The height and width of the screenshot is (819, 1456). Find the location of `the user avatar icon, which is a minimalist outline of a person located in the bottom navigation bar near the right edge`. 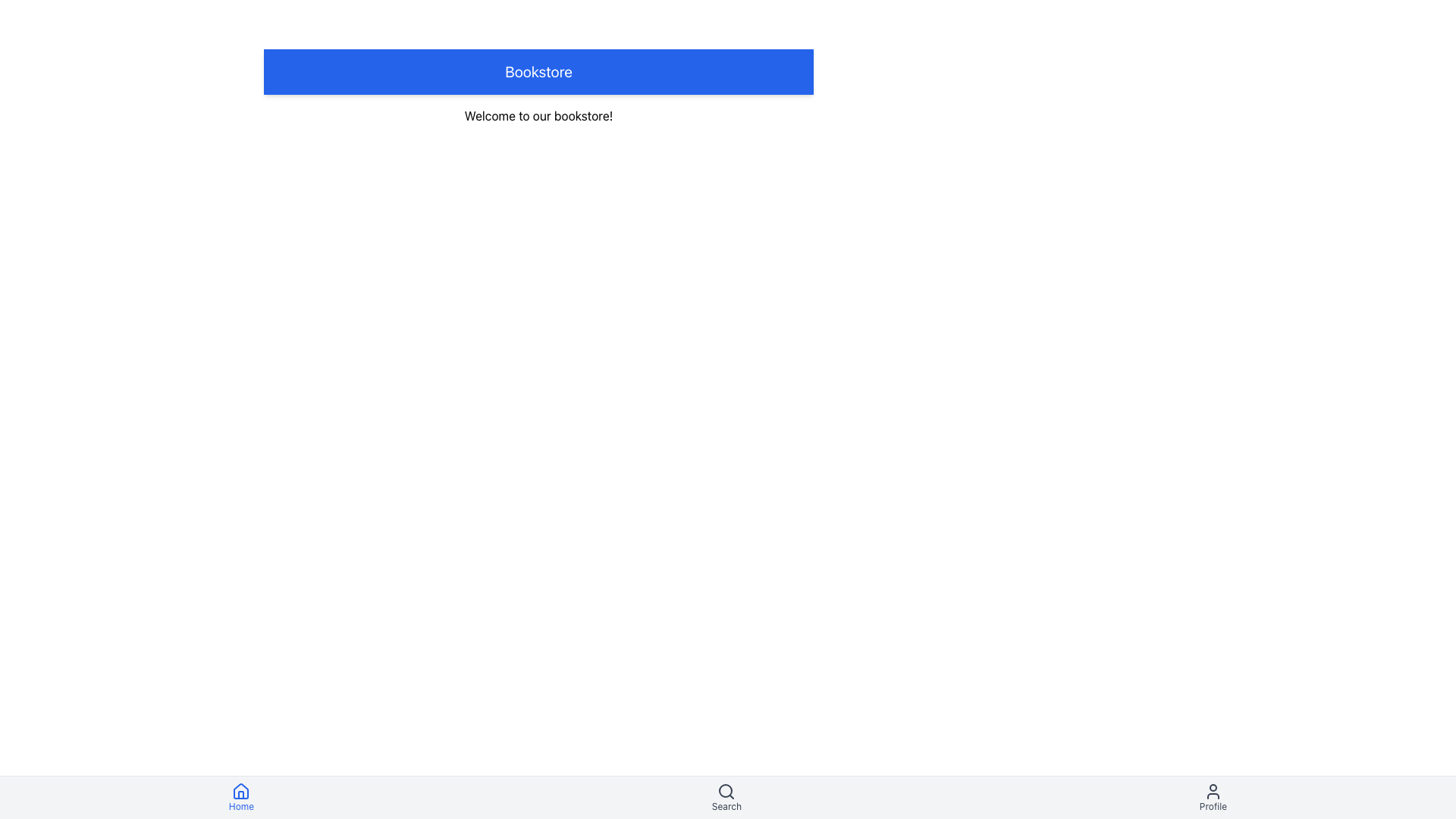

the user avatar icon, which is a minimalist outline of a person located in the bottom navigation bar near the right edge is located at coordinates (1212, 791).